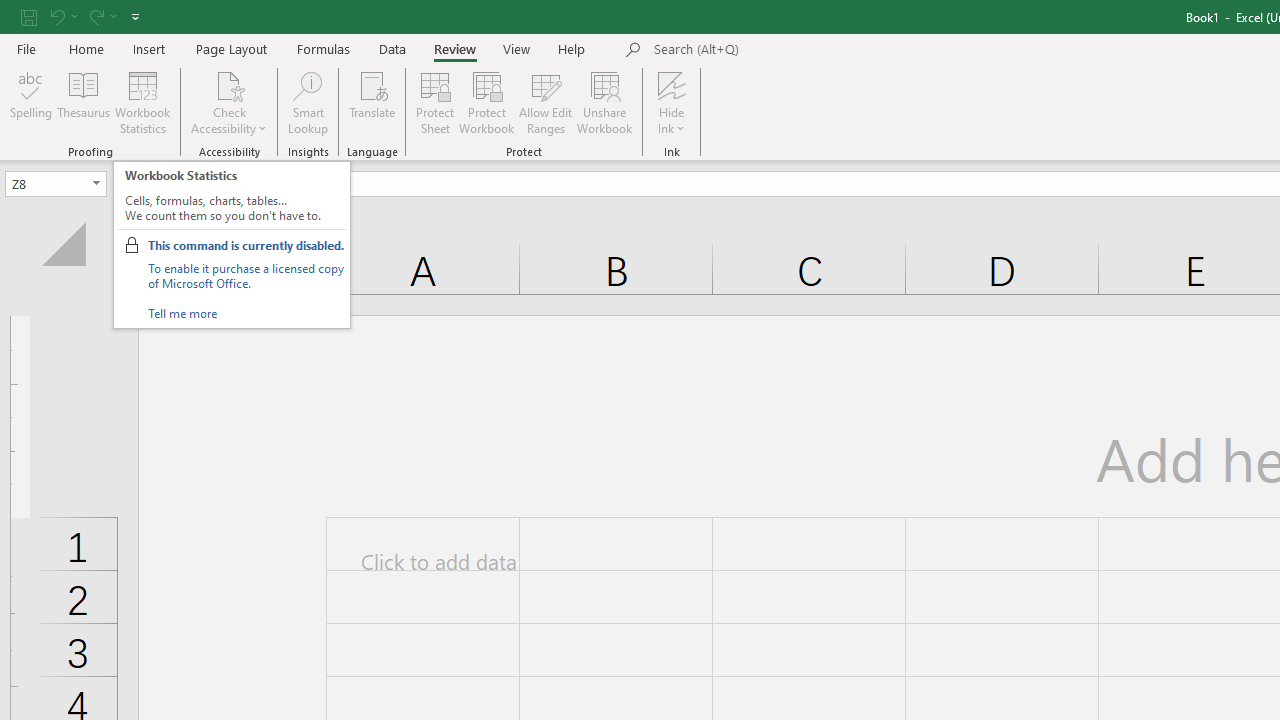 The width and height of the screenshot is (1280, 720). Describe the element at coordinates (434, 103) in the screenshot. I see `'Protect Sheet...'` at that location.